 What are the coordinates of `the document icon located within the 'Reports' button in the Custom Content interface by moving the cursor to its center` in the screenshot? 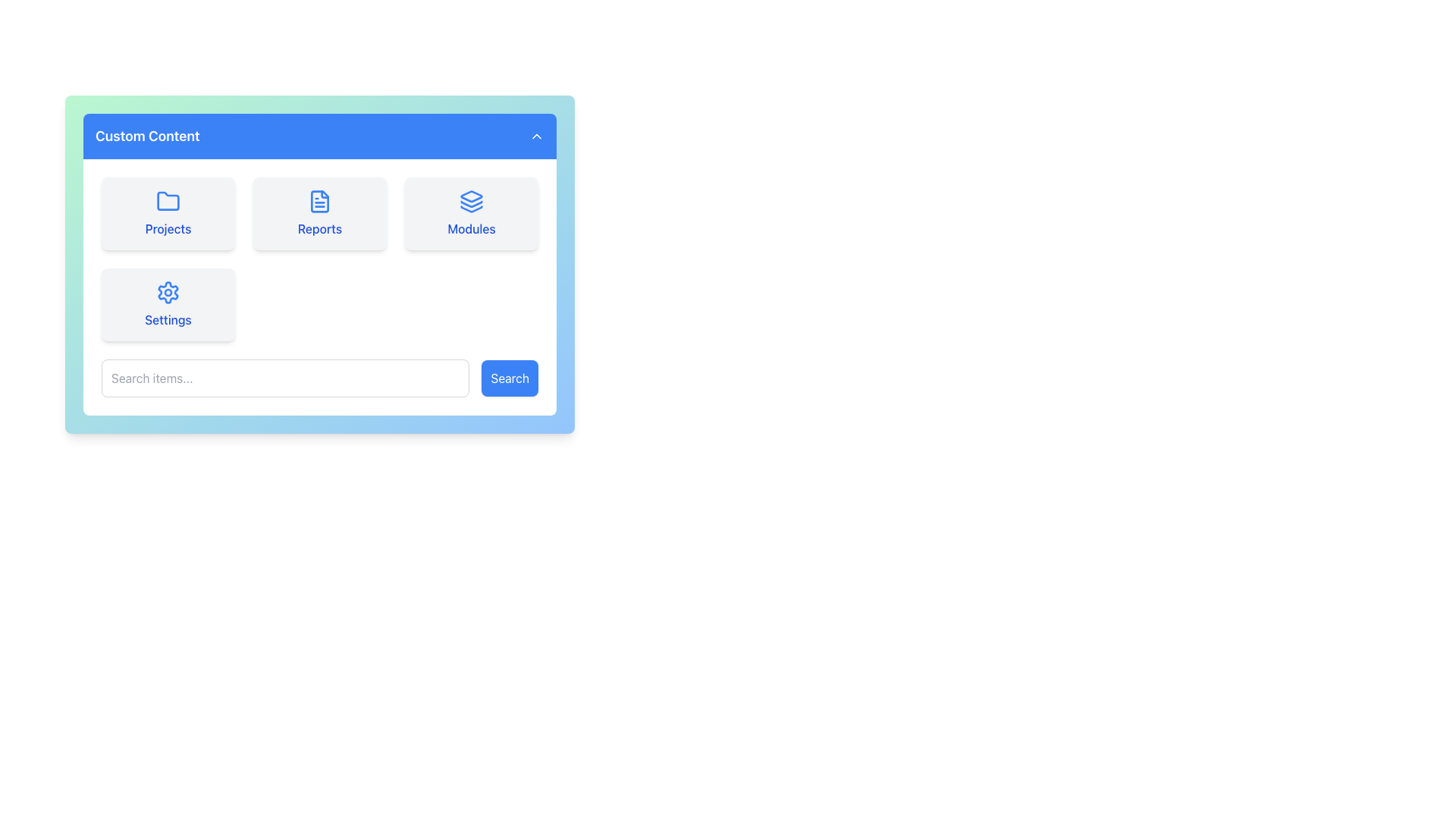 It's located at (319, 201).